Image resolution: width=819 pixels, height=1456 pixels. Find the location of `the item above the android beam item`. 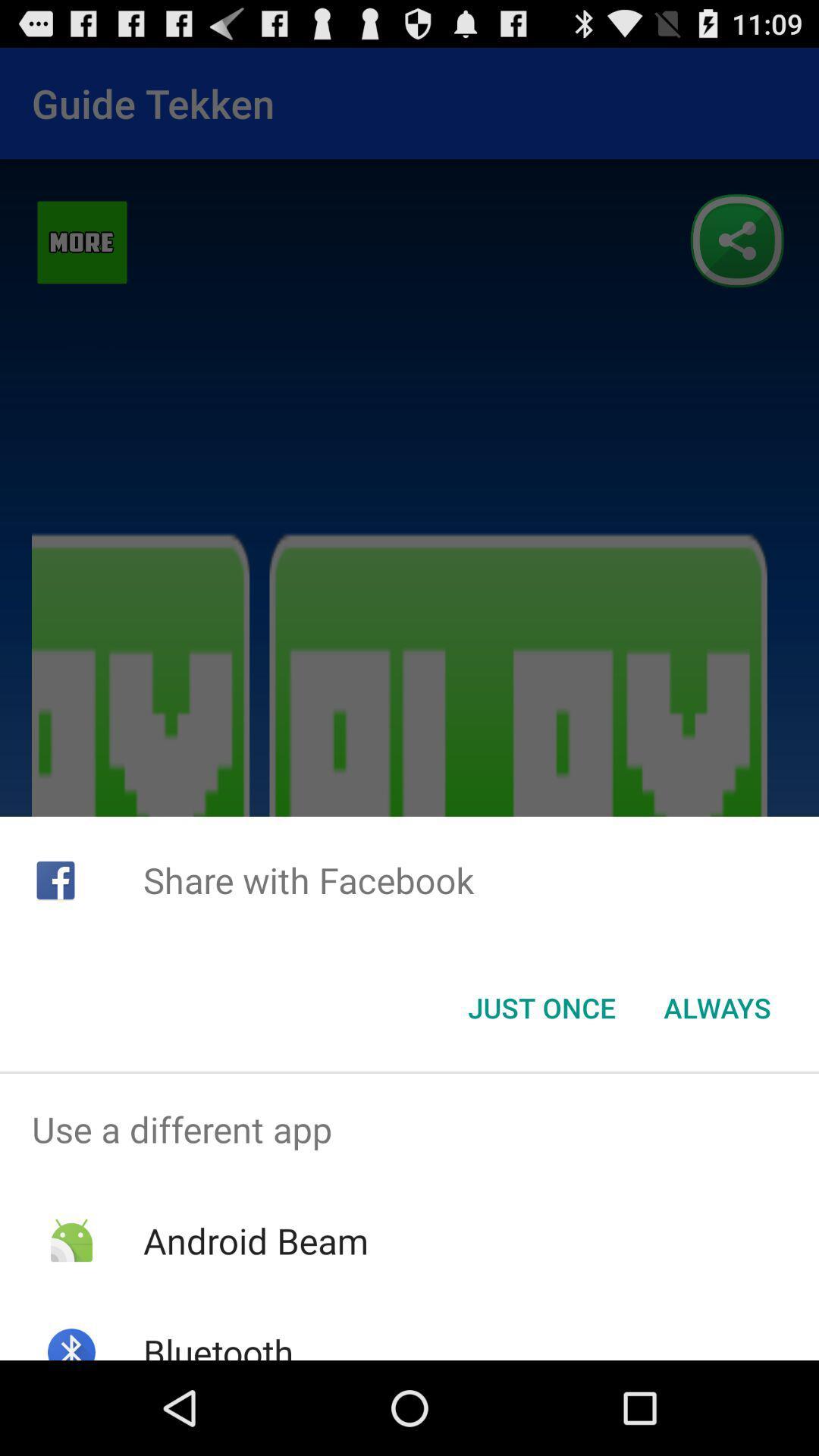

the item above the android beam item is located at coordinates (409, 1129).